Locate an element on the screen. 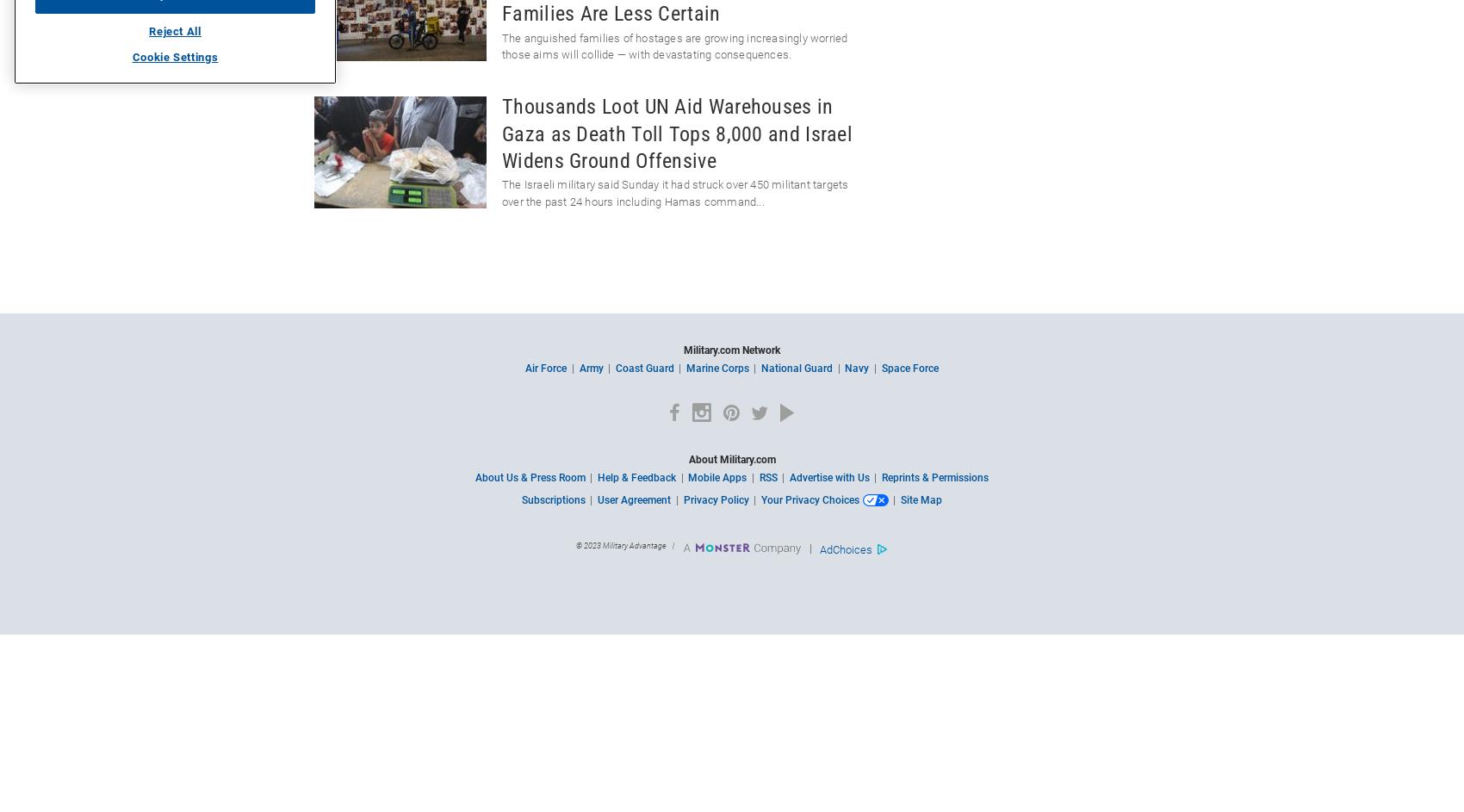 The image size is (1464, 812). 'The anguished families of hostages are growing increasingly worried those aims will collide — with devastating consequences.' is located at coordinates (673, 45).